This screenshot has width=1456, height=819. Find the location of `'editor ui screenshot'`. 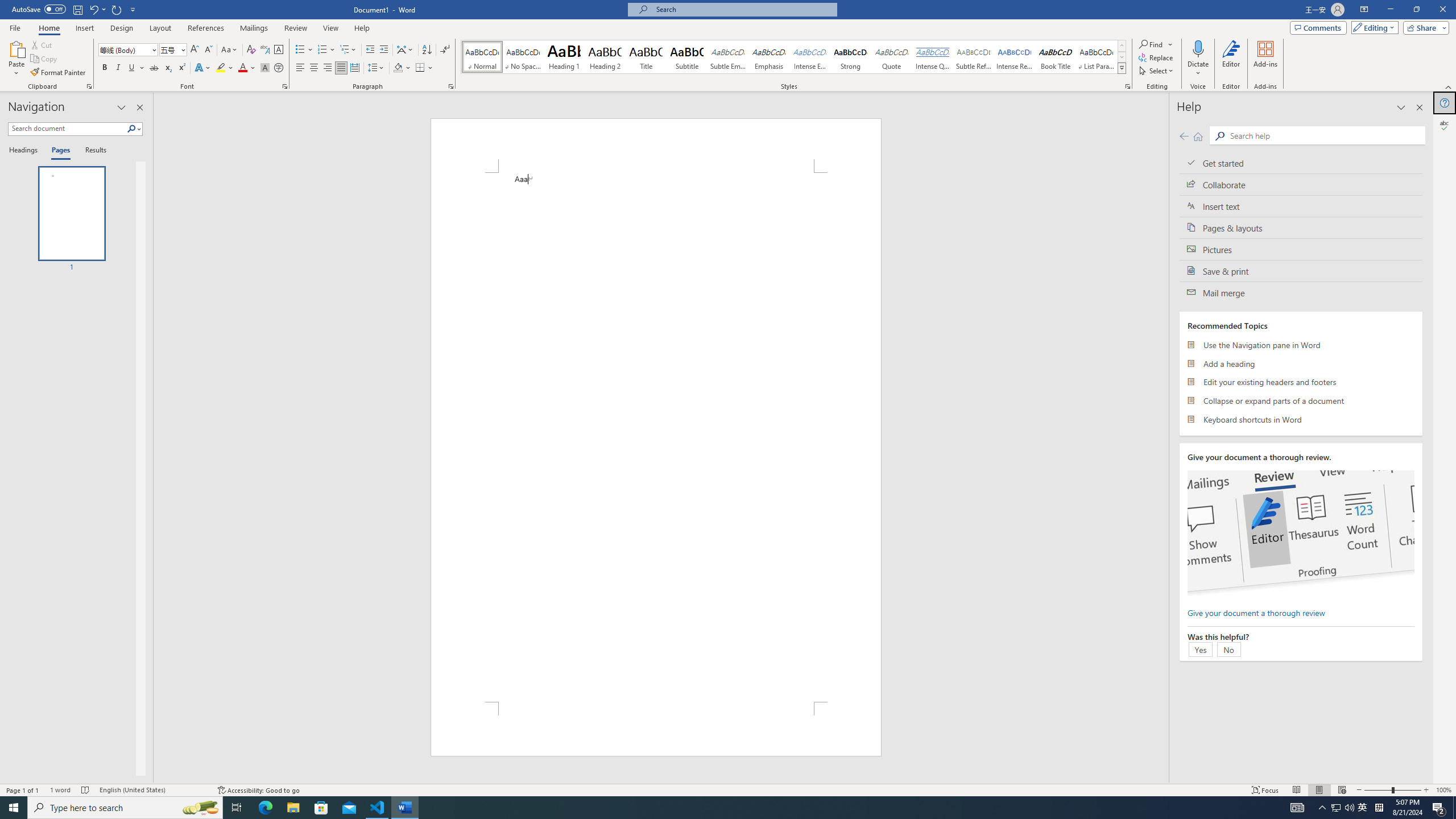

'editor ui screenshot' is located at coordinates (1300, 533).